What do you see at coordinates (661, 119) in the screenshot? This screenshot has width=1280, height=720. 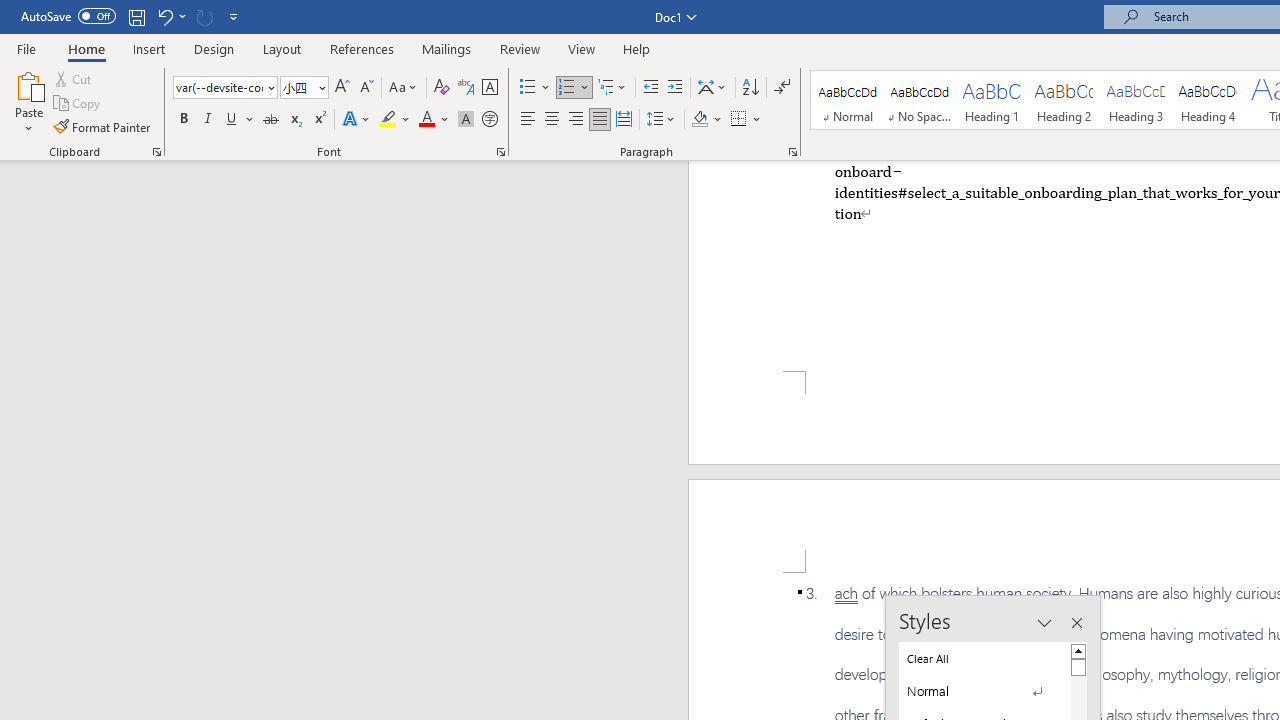 I see `'Line and Paragraph Spacing'` at bounding box center [661, 119].